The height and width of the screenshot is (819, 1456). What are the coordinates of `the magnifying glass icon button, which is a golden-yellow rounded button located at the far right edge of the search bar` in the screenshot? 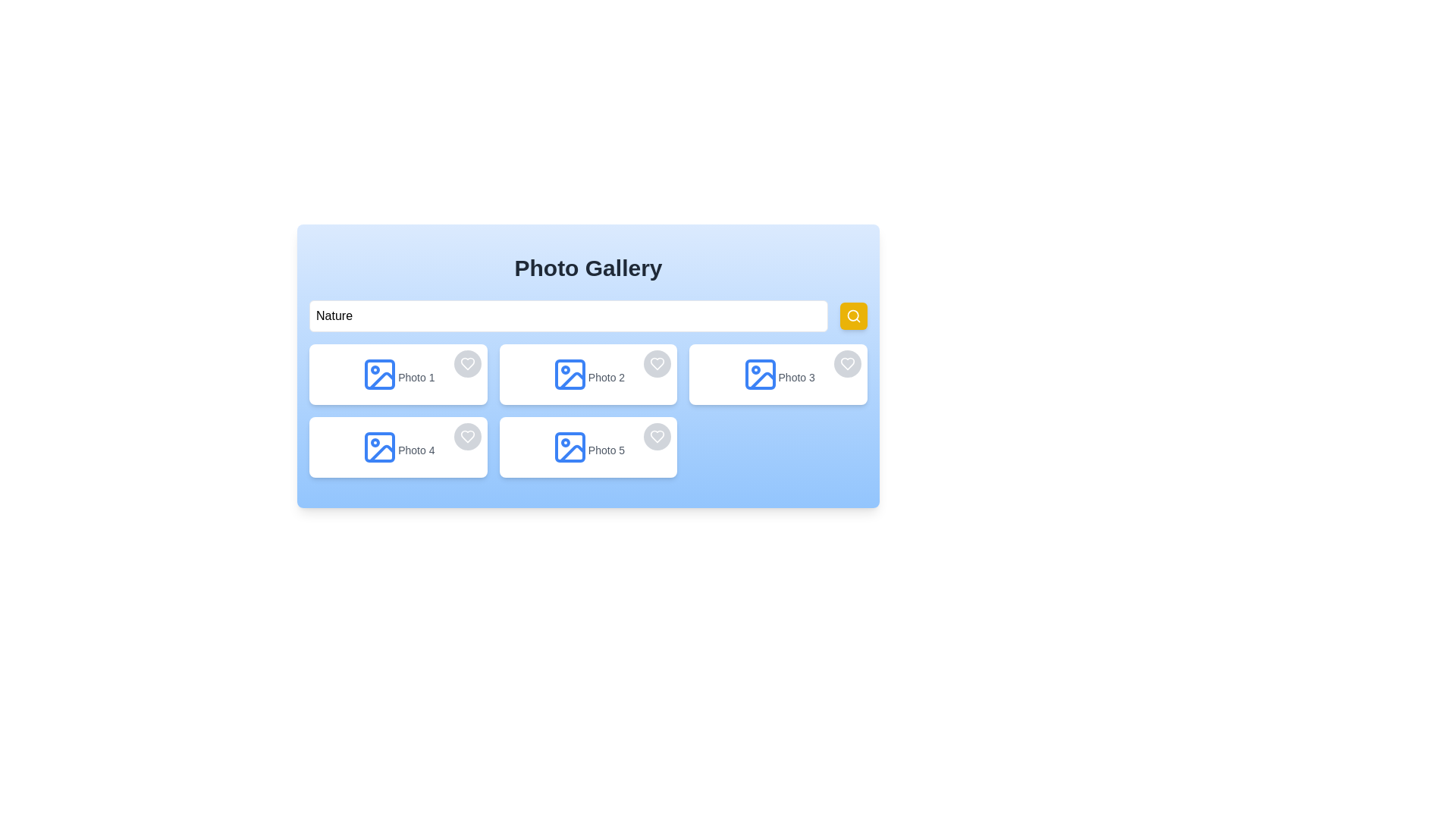 It's located at (854, 315).